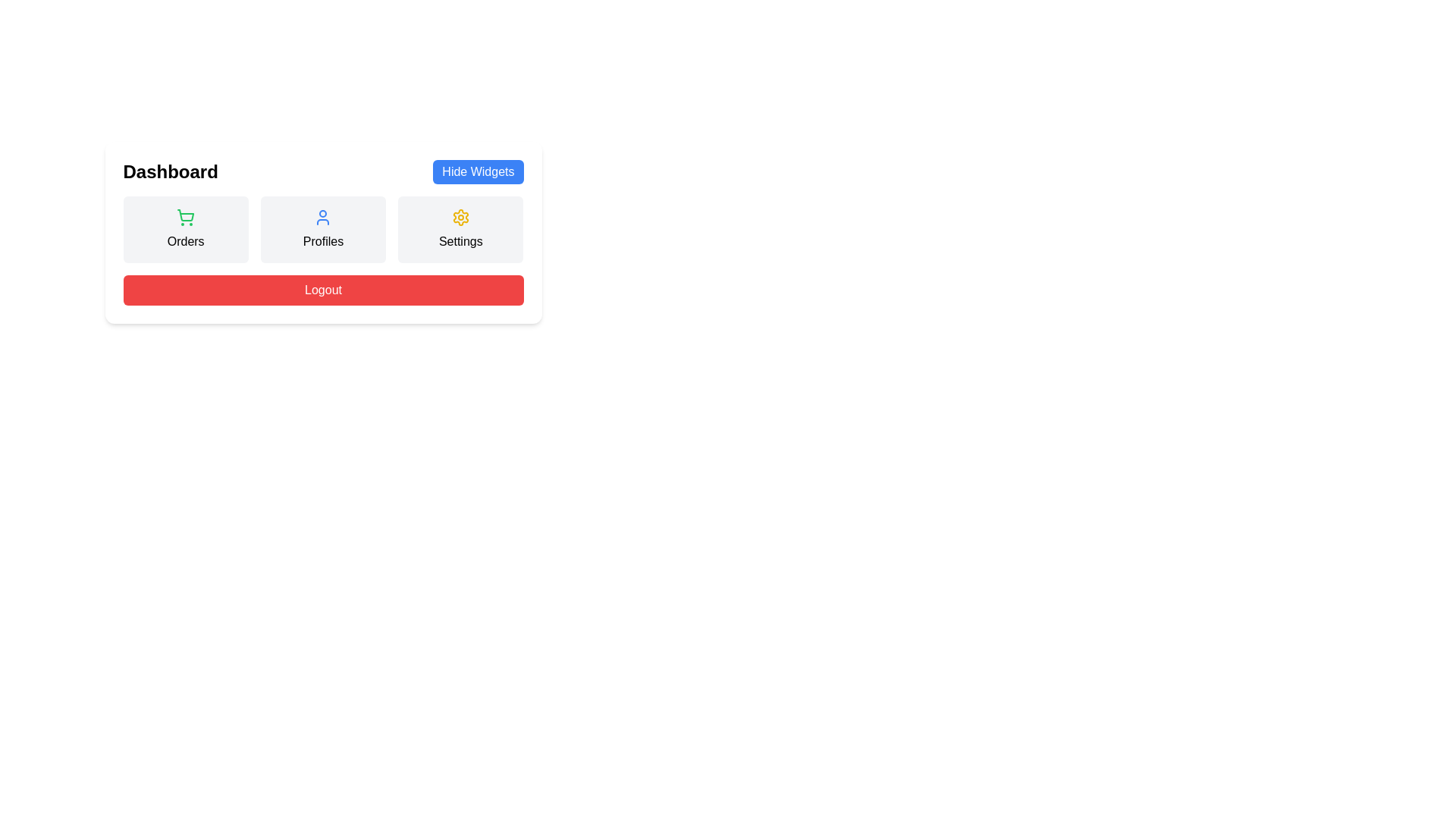 The image size is (1456, 819). Describe the element at coordinates (185, 230) in the screenshot. I see `the 'Orders' navigational button located at the leftmost position in its row` at that location.